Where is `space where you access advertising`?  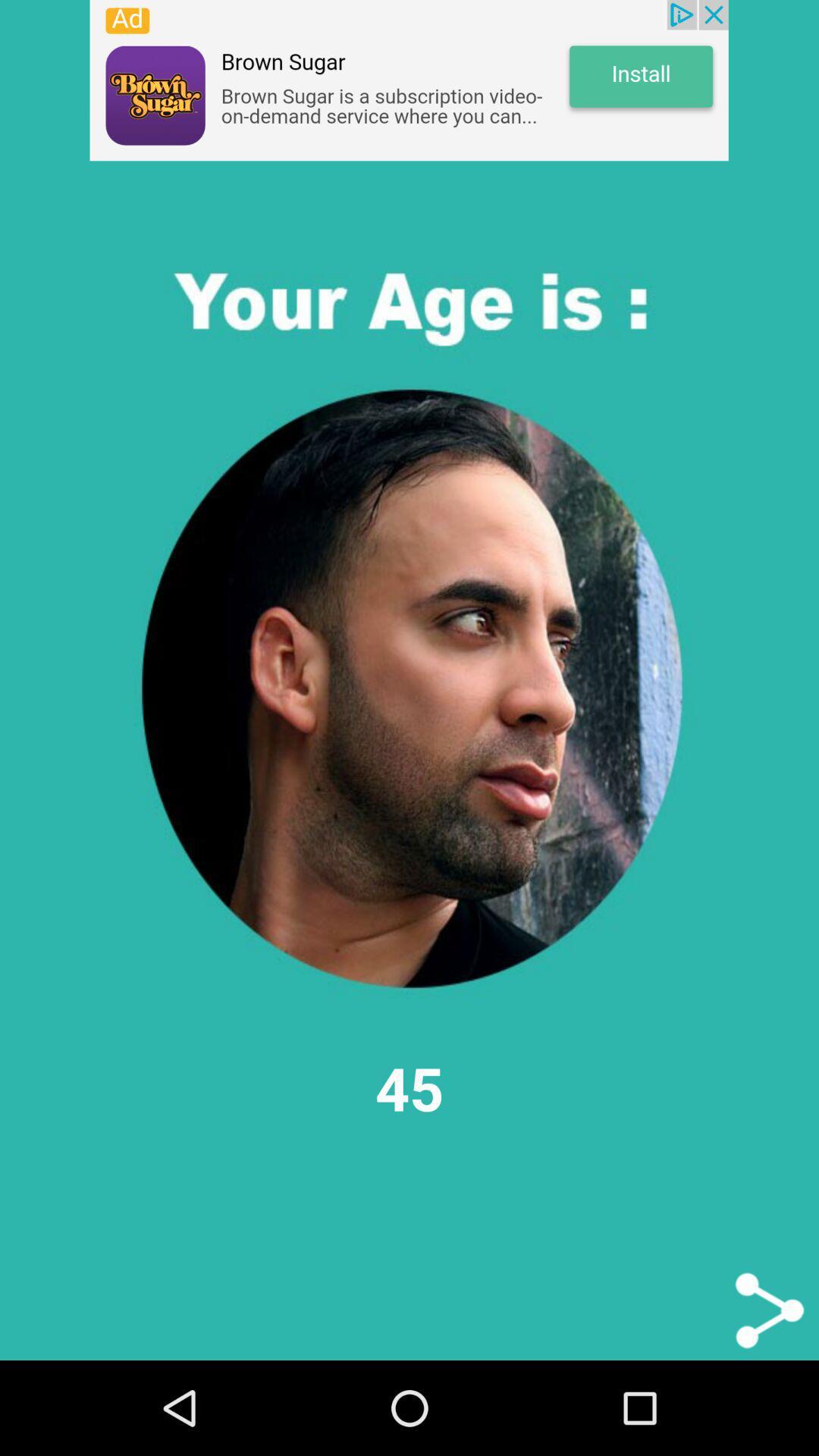
space where you access advertising is located at coordinates (408, 80).